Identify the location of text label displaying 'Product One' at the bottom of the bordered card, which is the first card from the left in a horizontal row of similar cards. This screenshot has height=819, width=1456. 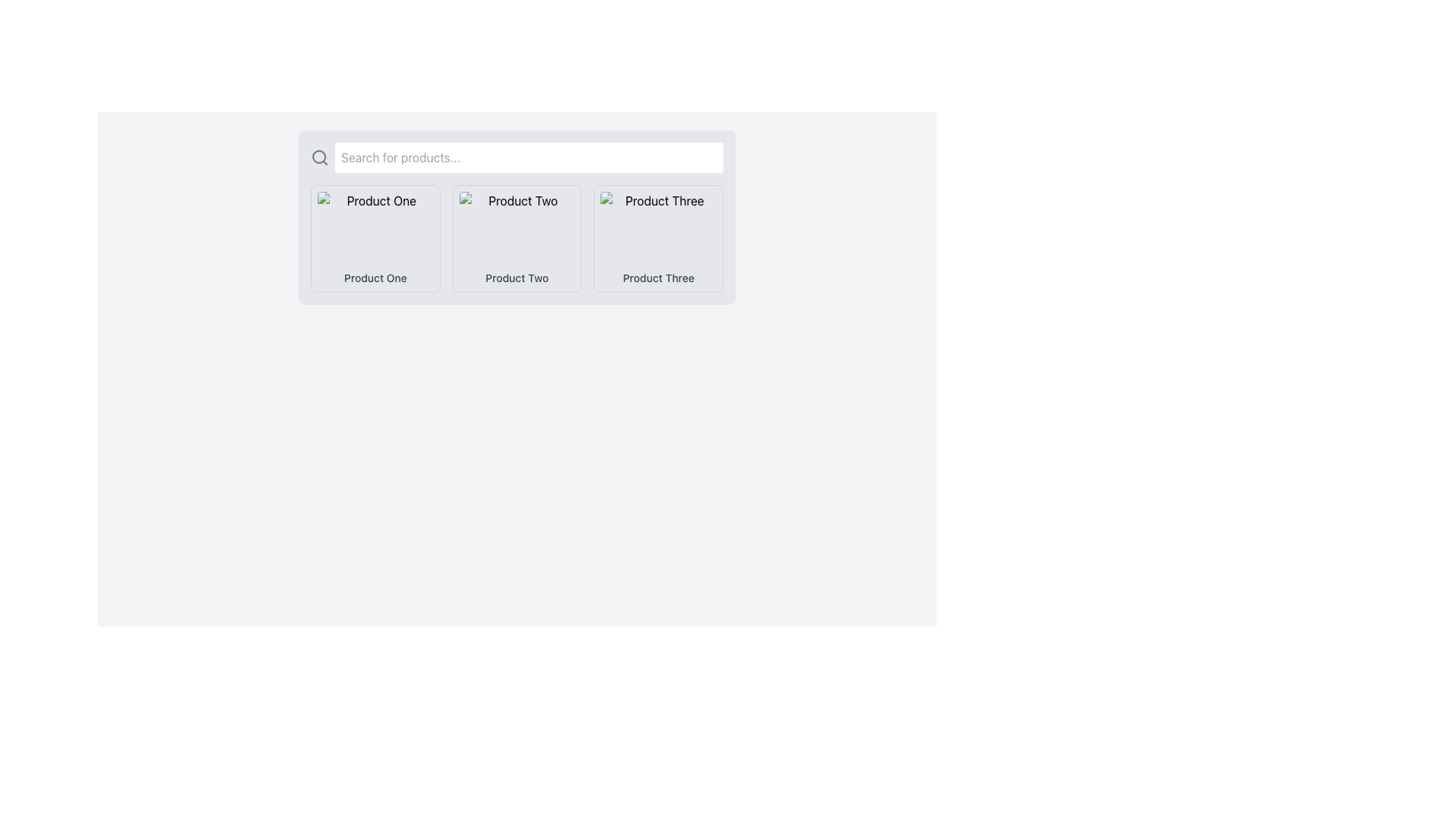
(375, 278).